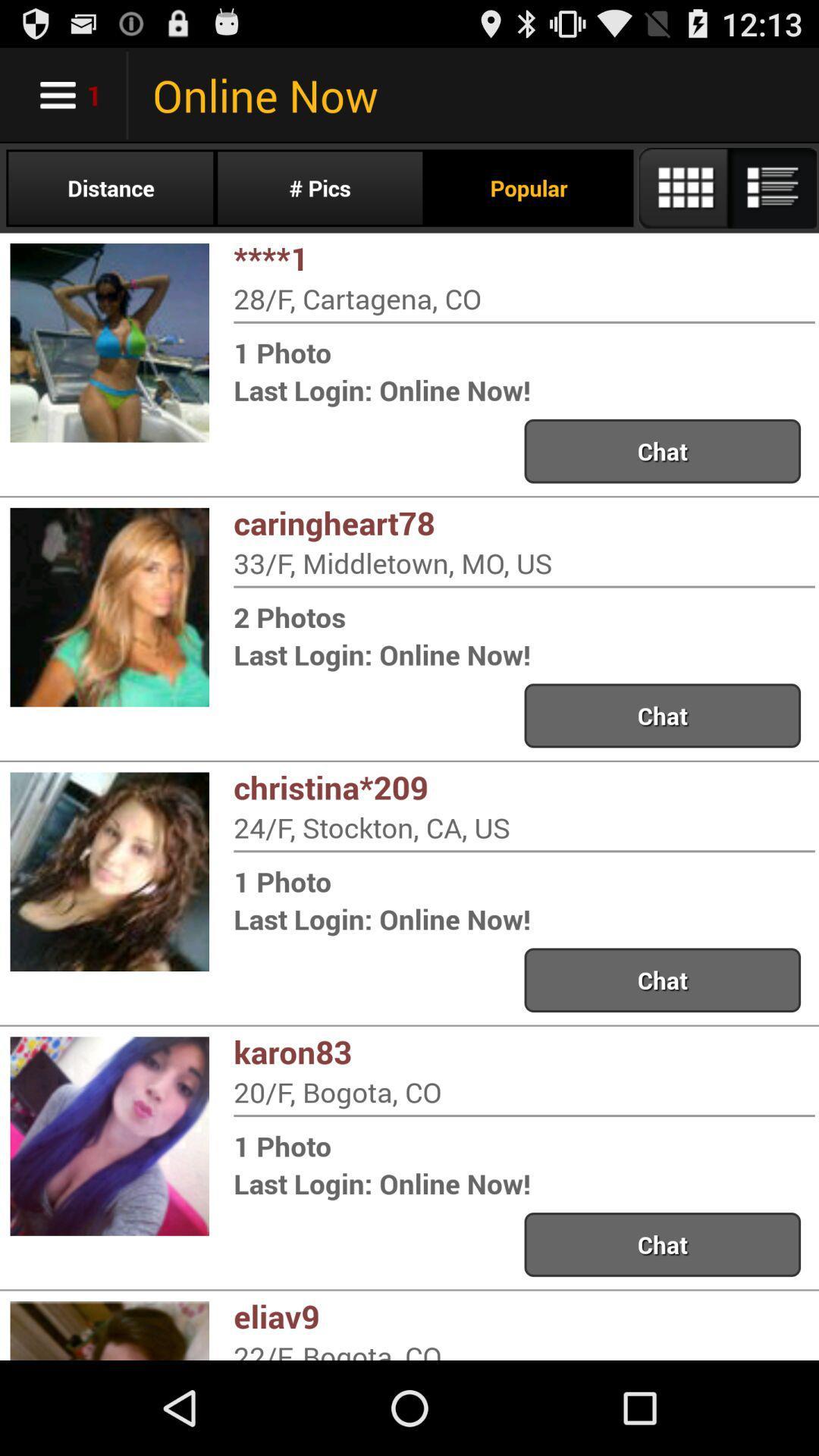  Describe the element at coordinates (726, 187) in the screenshot. I see `grid view` at that location.